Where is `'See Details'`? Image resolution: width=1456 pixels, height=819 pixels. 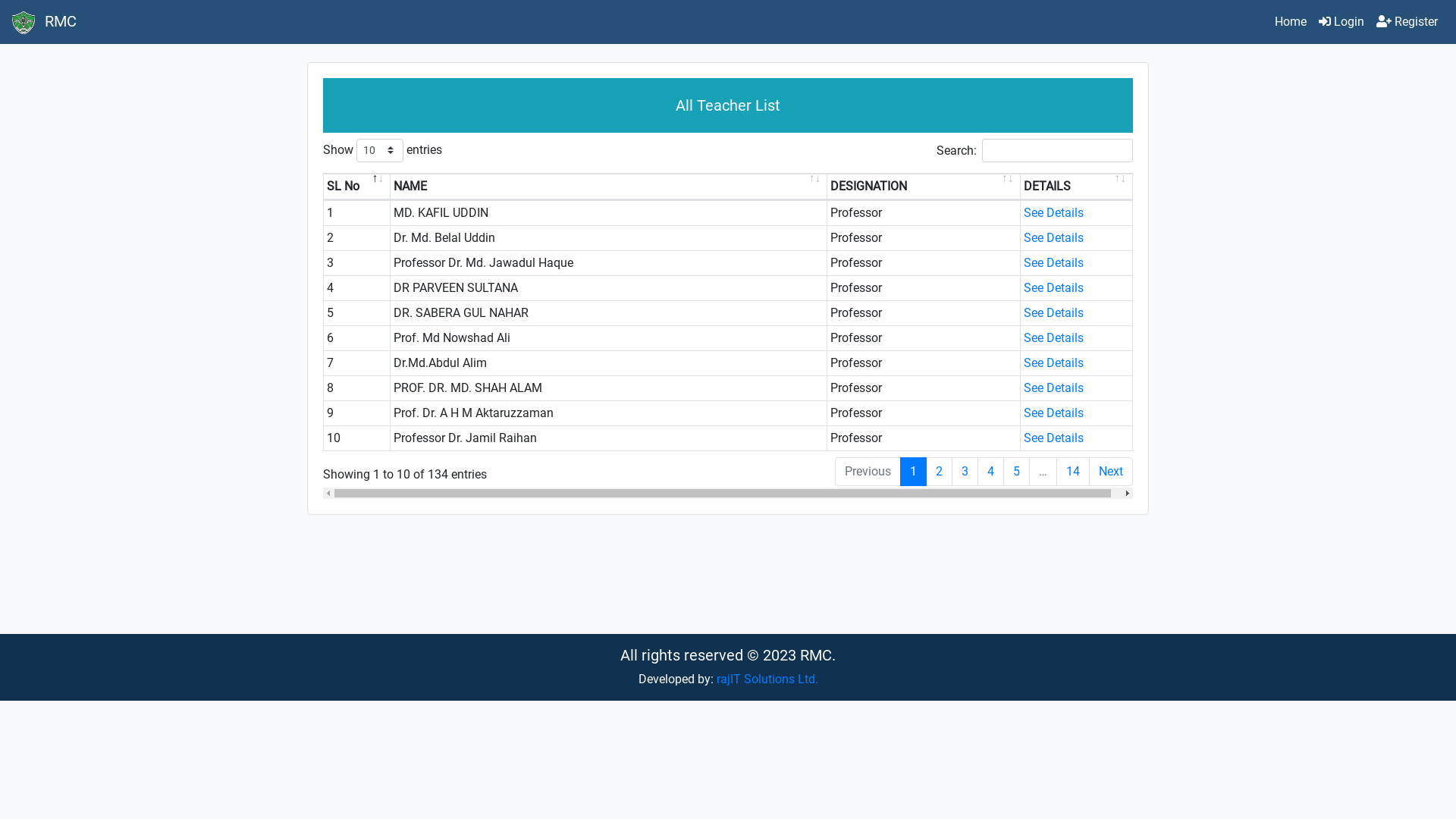 'See Details' is located at coordinates (1023, 212).